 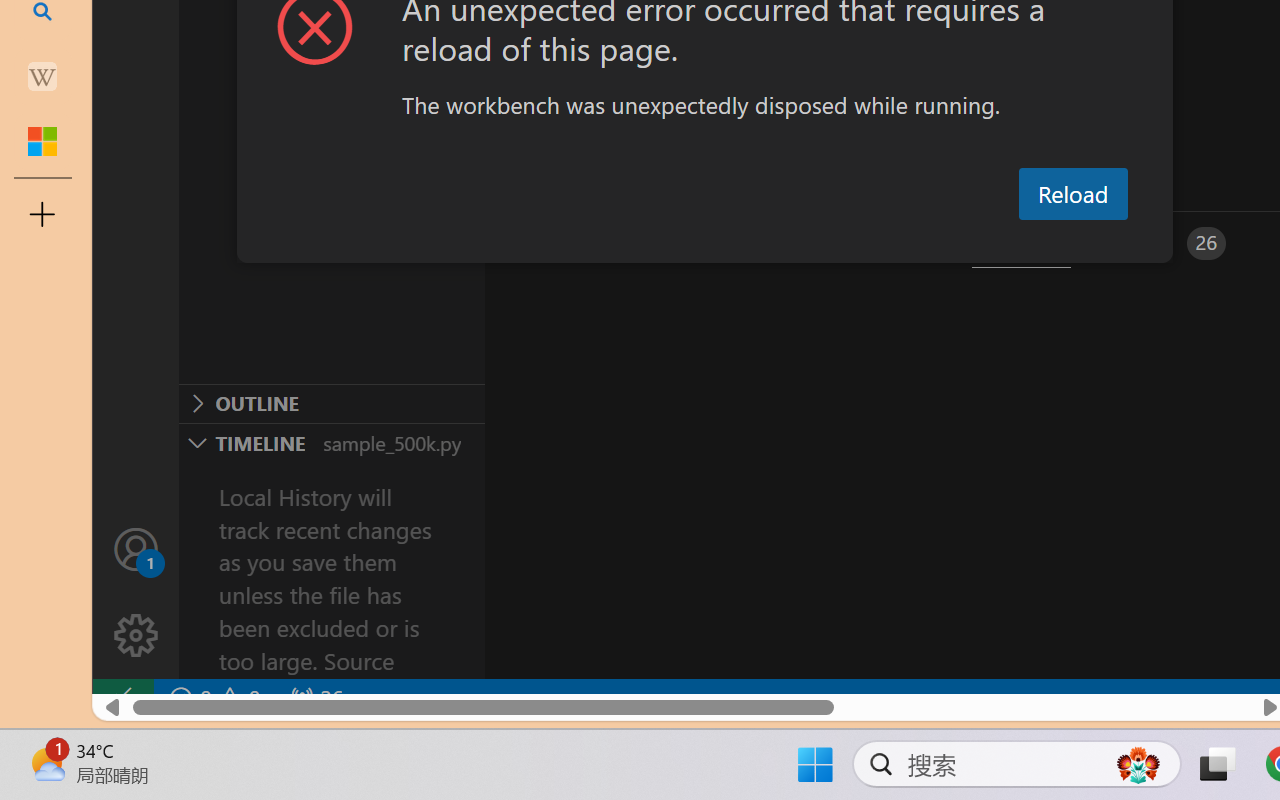 I want to click on 'Accounts - Sign in requested', so click(x=134, y=548).